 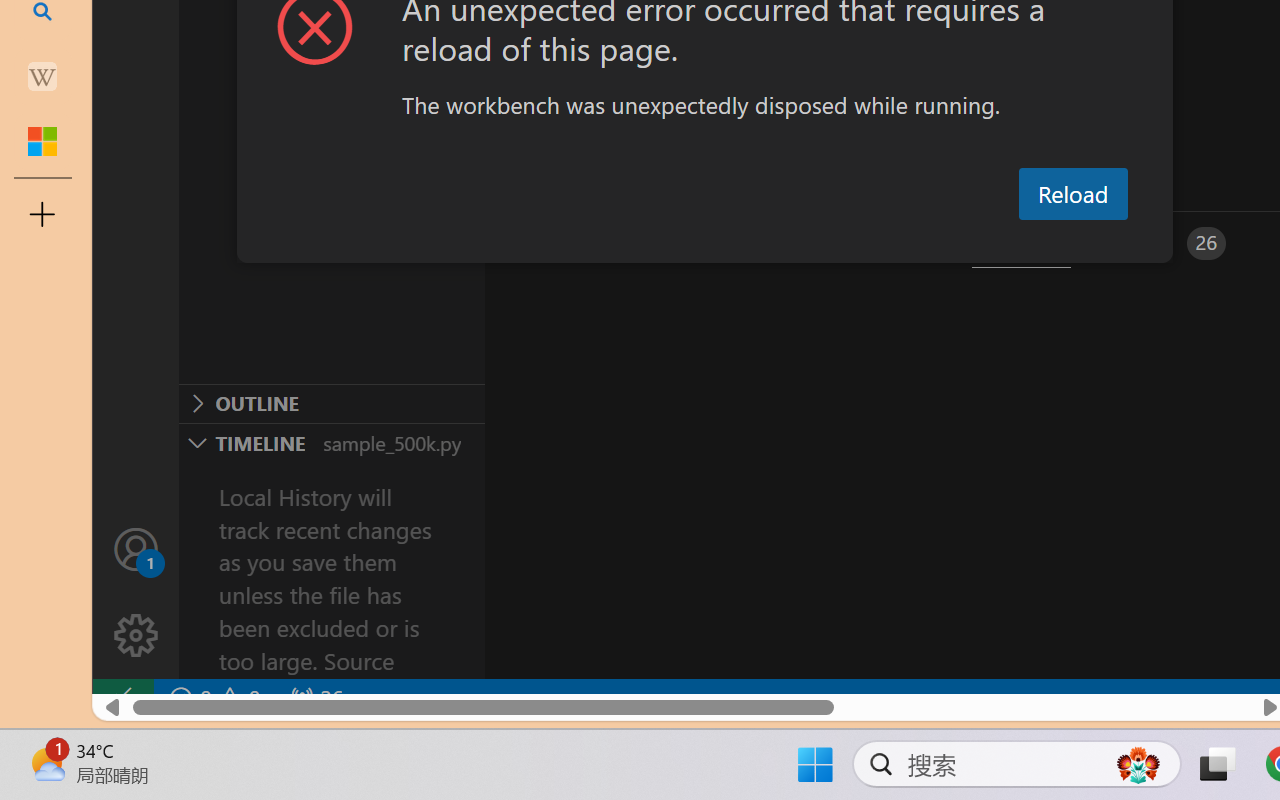 I want to click on 'Accounts - Sign in requested', so click(x=134, y=548).